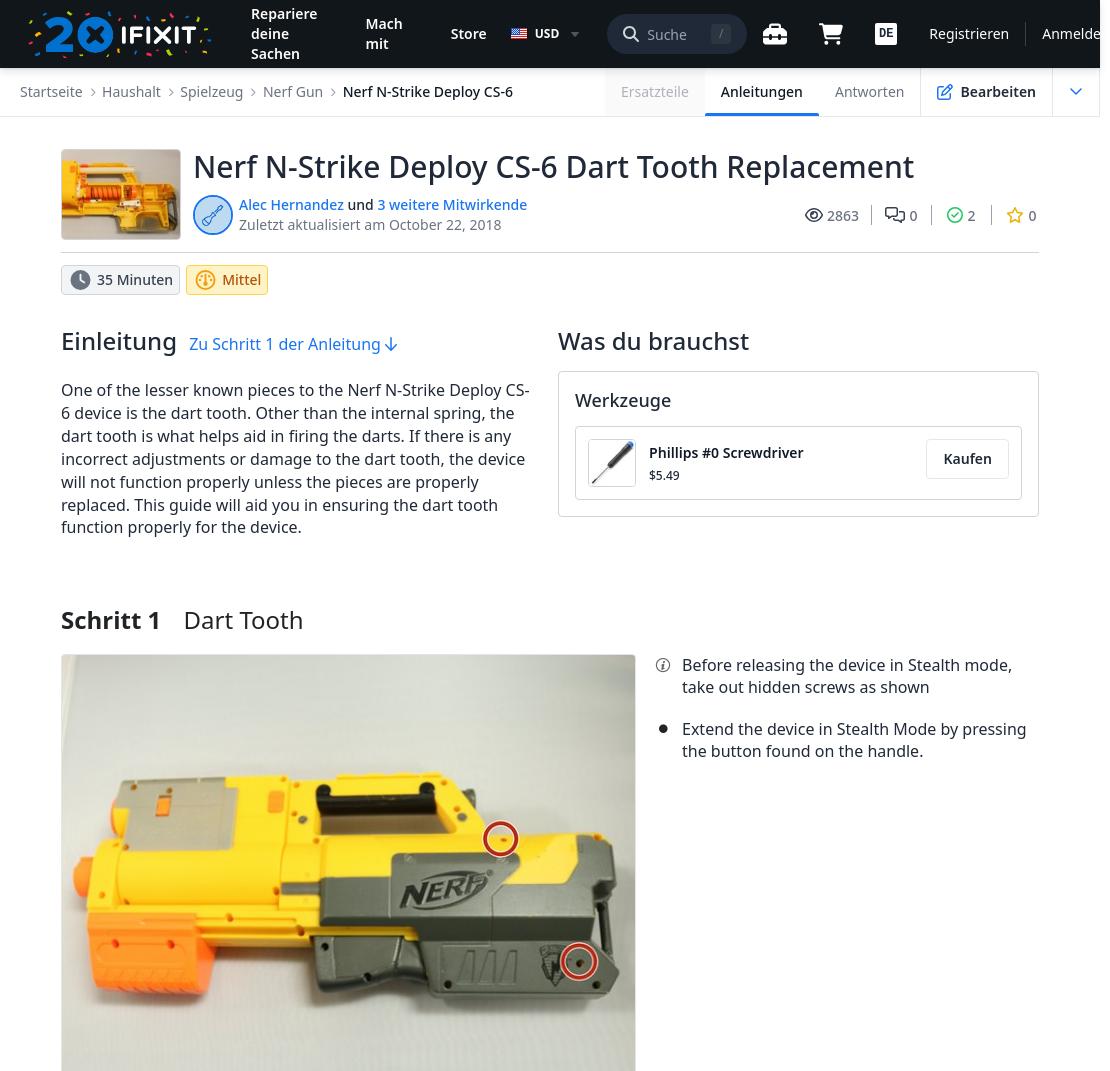 This screenshot has width=1110, height=1071. Describe the element at coordinates (968, 32) in the screenshot. I see `'Registrieren'` at that location.